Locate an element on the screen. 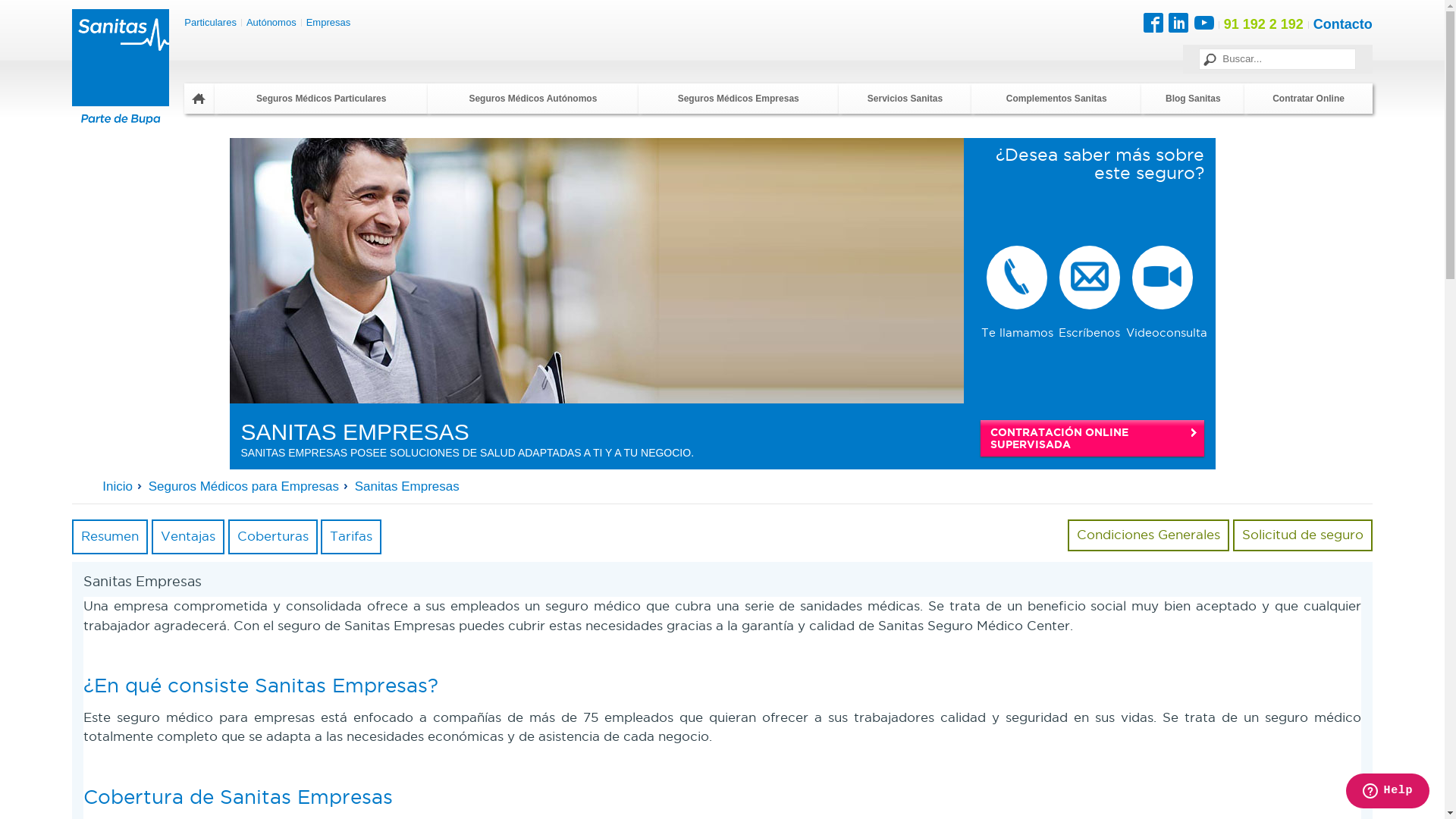  'Resumen' is located at coordinates (108, 536).